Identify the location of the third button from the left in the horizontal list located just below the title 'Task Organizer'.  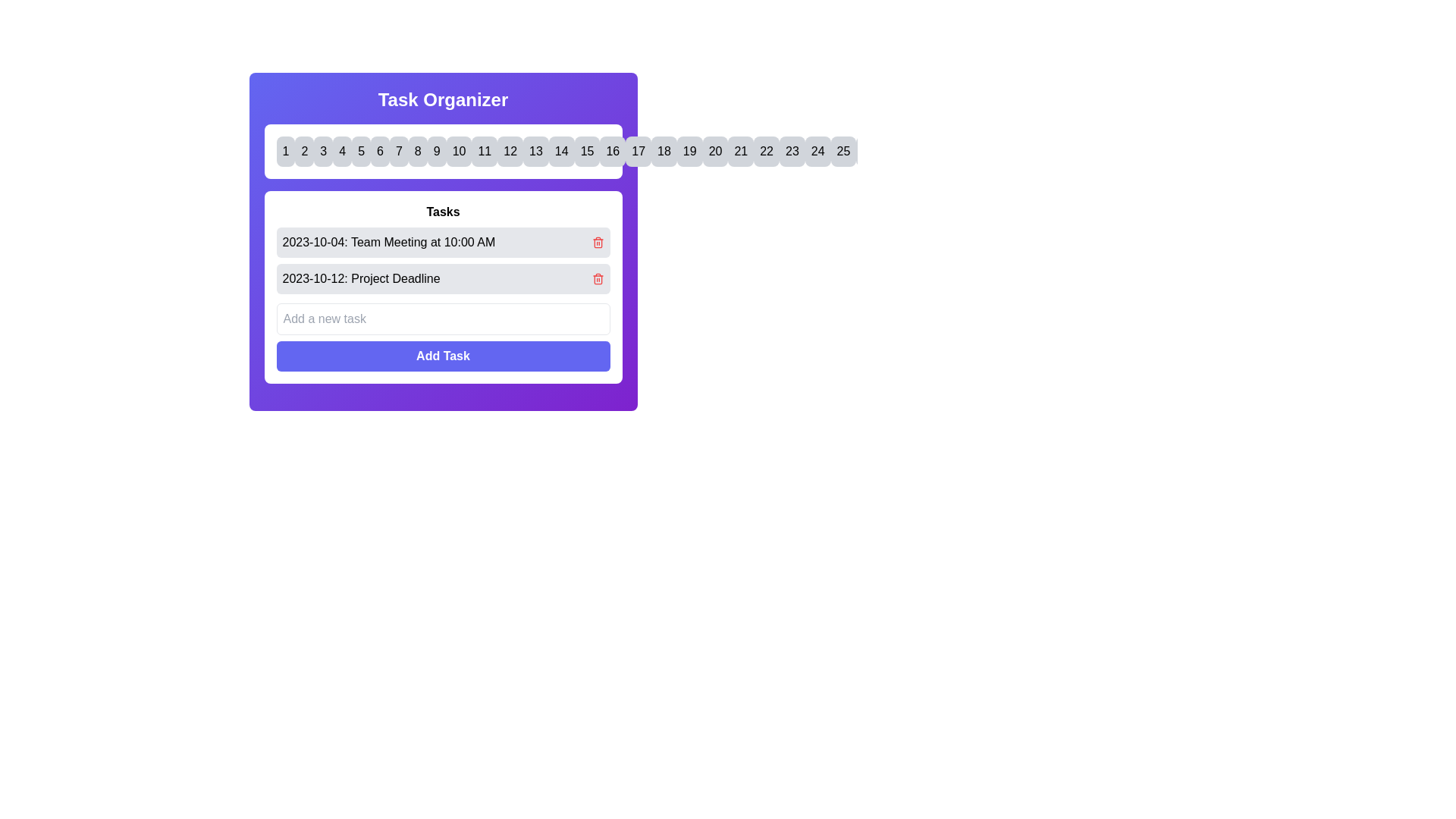
(322, 152).